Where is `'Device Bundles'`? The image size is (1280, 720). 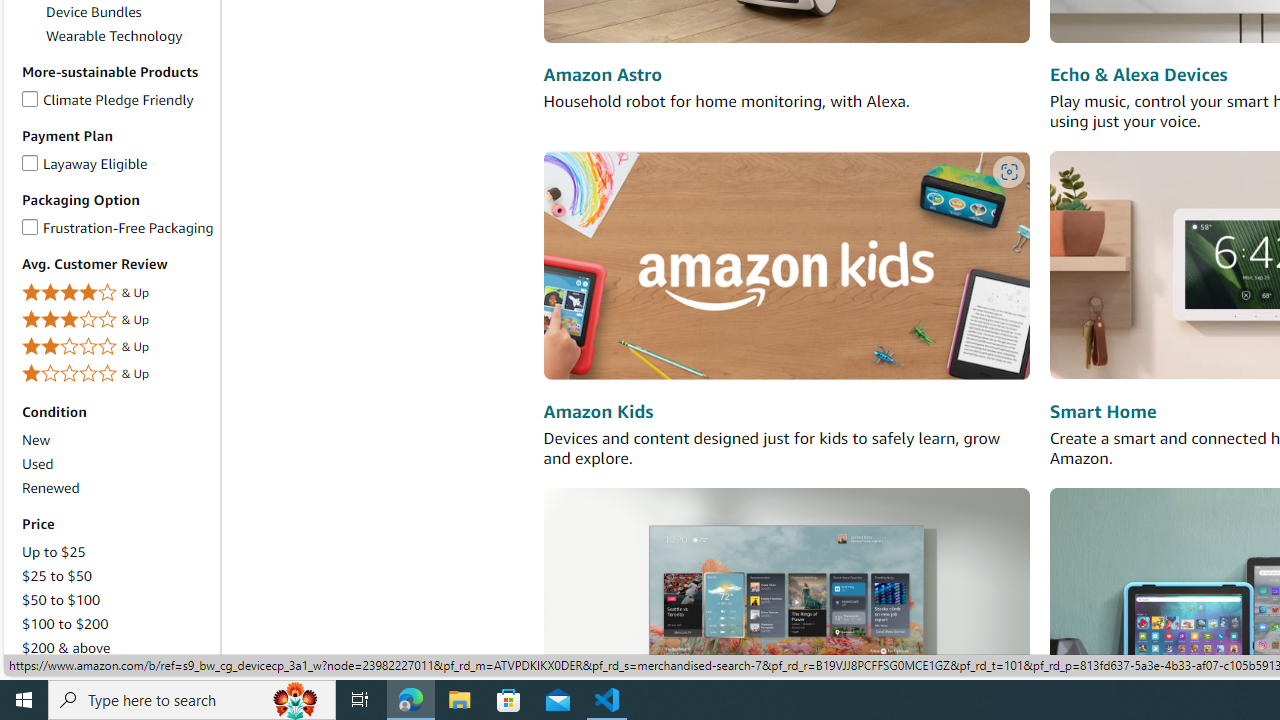 'Device Bundles' is located at coordinates (93, 11).